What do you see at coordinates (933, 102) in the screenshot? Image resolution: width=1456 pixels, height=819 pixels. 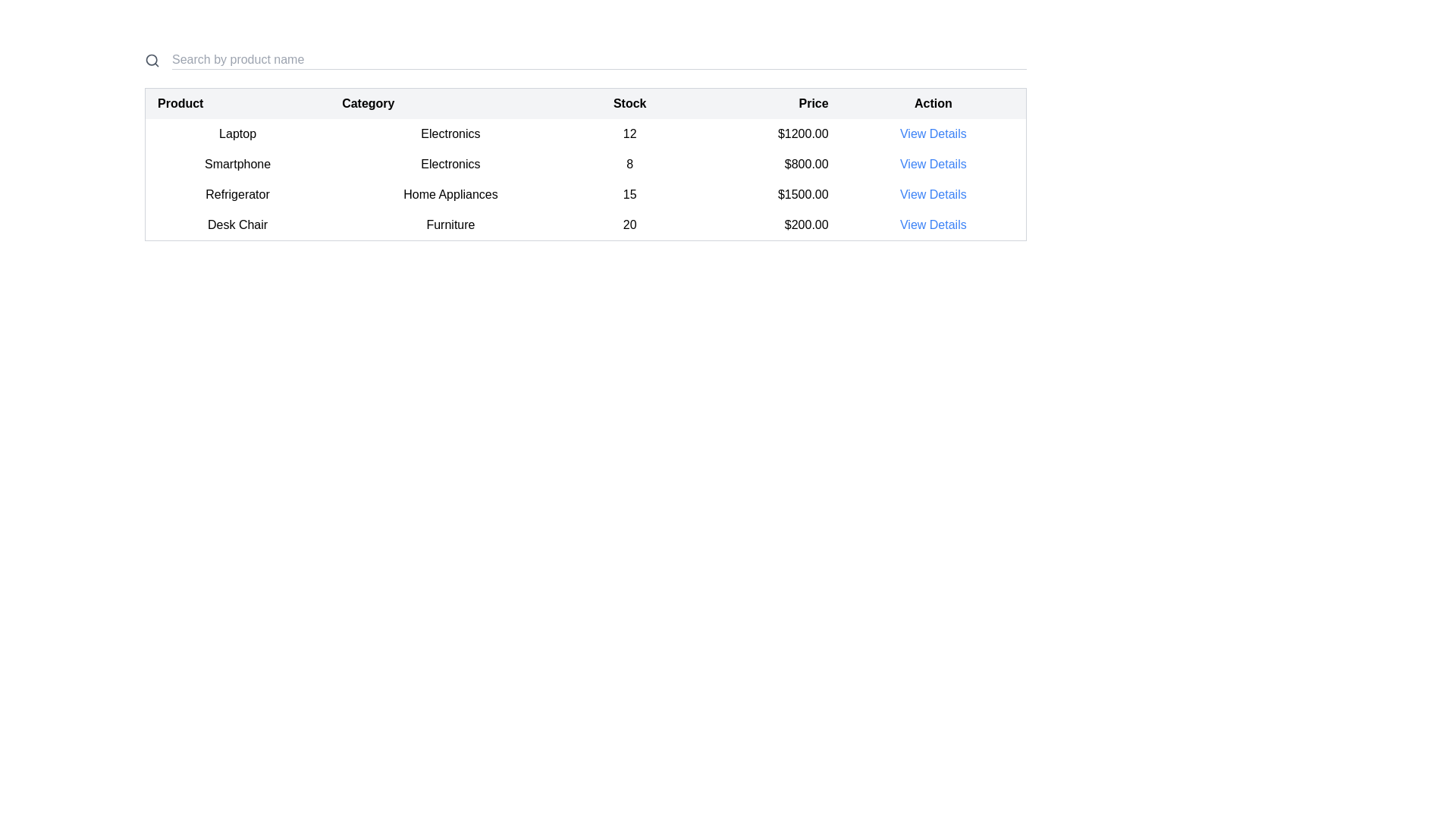 I see `the 'Action' label, which is a bold text element in the fifth column header of the table, positioned to the far right adjacent to the 'Price' column` at bounding box center [933, 102].